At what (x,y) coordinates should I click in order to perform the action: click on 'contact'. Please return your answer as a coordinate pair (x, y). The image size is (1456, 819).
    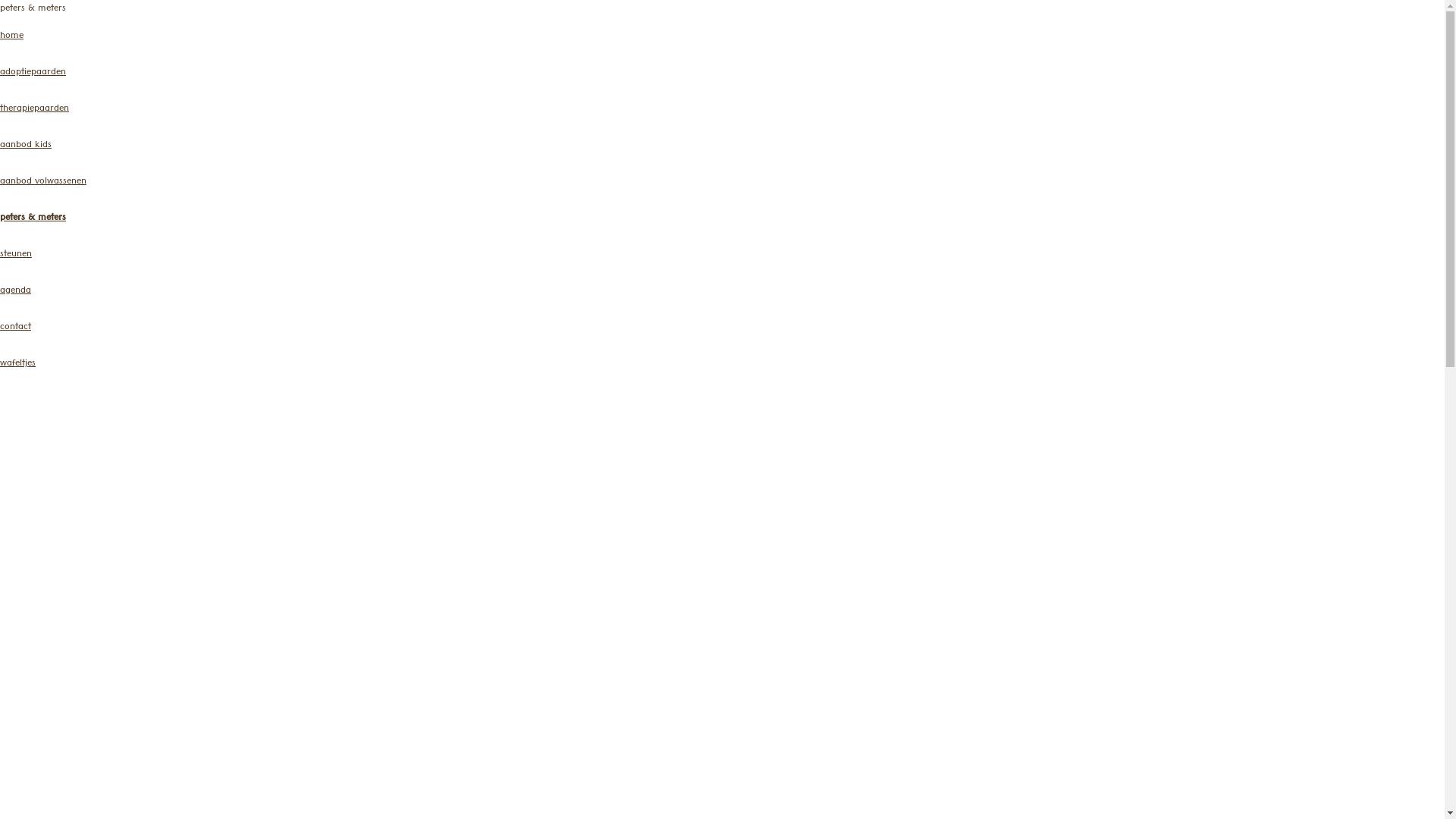
    Looking at the image, I should click on (0, 327).